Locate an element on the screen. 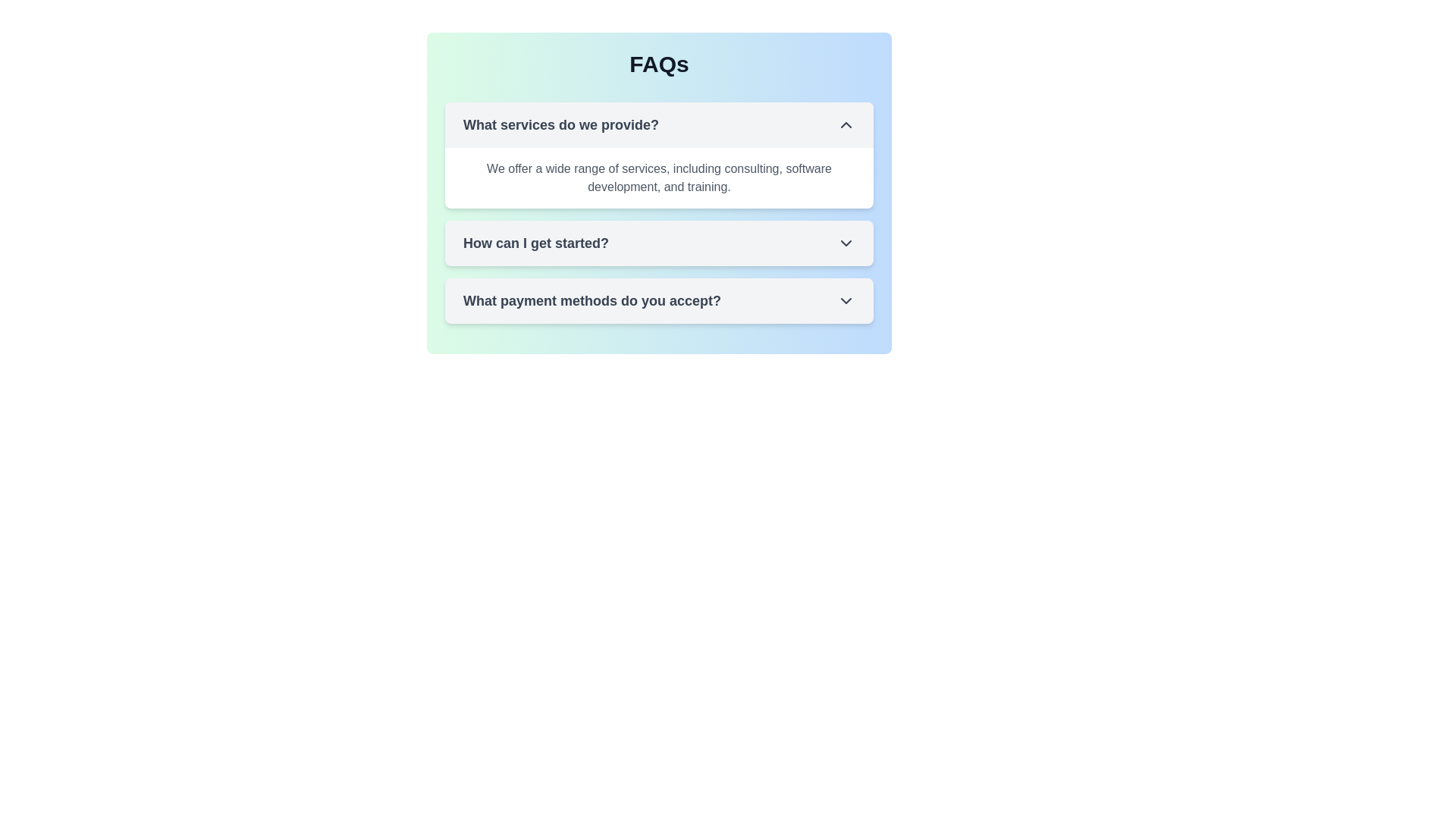  the chevron button located near the right side of the 'How can I get started?' header is located at coordinates (846, 242).